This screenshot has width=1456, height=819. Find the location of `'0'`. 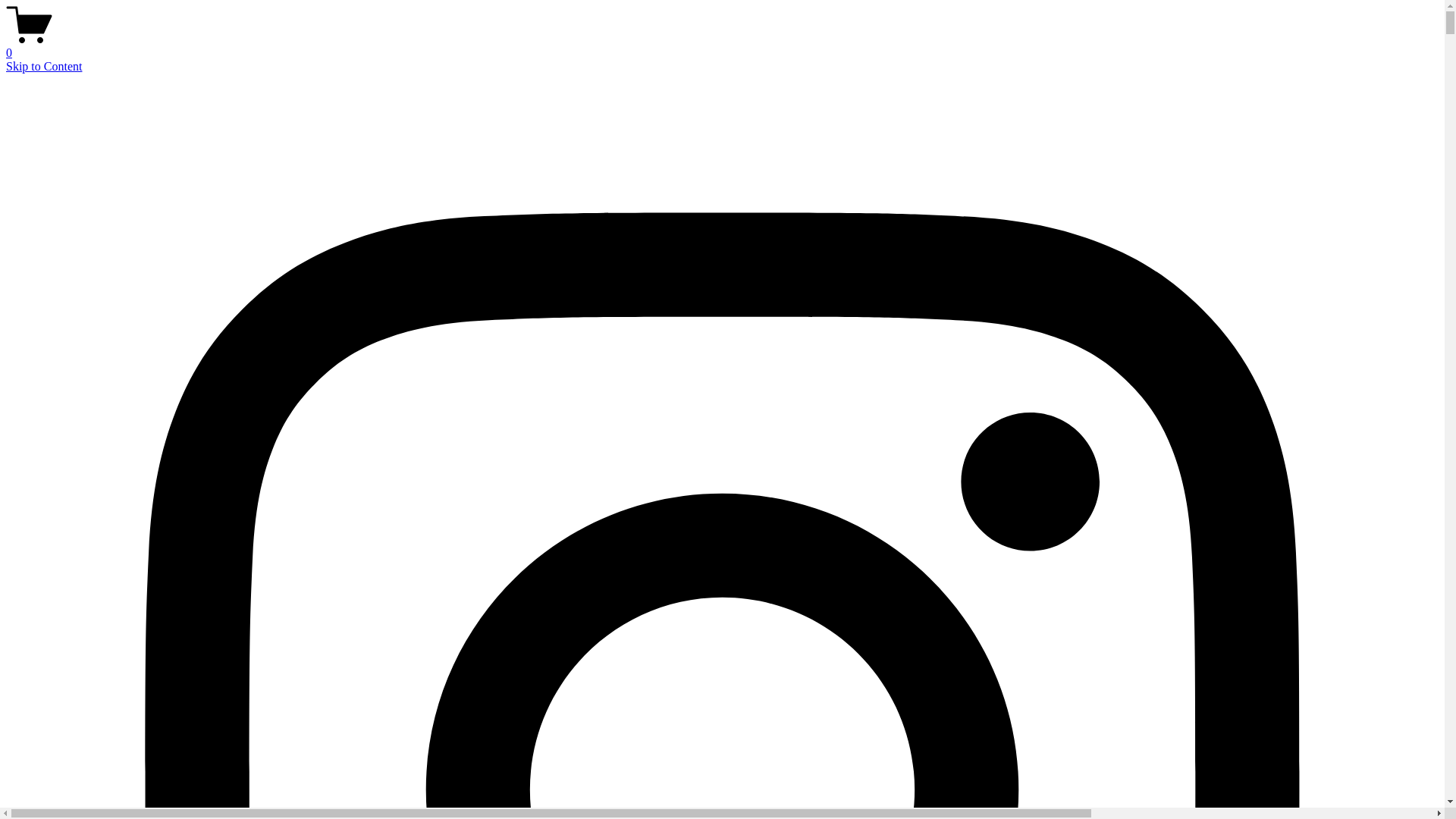

'0' is located at coordinates (721, 45).